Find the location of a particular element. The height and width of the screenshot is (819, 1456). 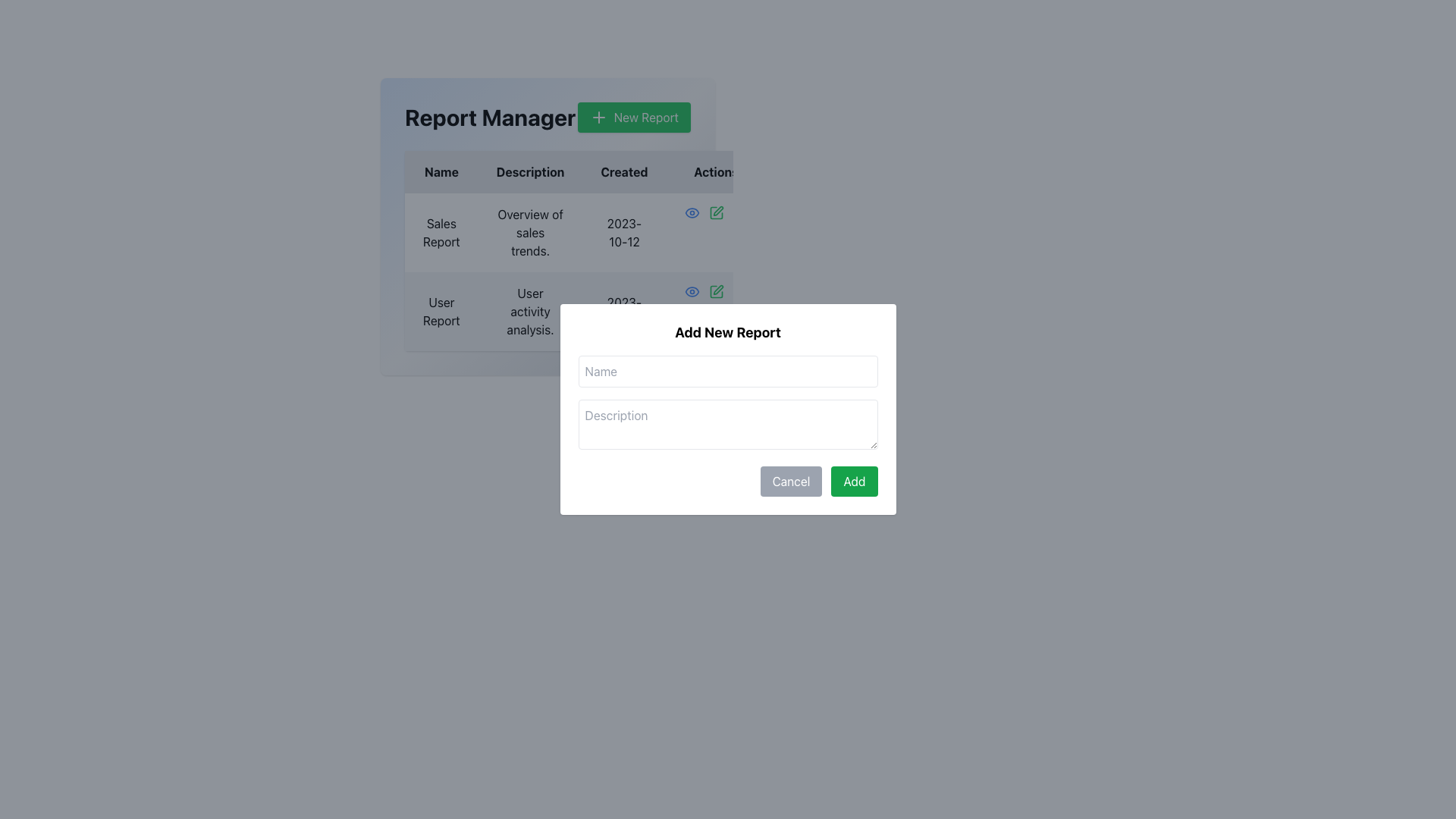

the green button labeled 'New Report' in the header section of the 'Report Manager' interface is located at coordinates (634, 116).